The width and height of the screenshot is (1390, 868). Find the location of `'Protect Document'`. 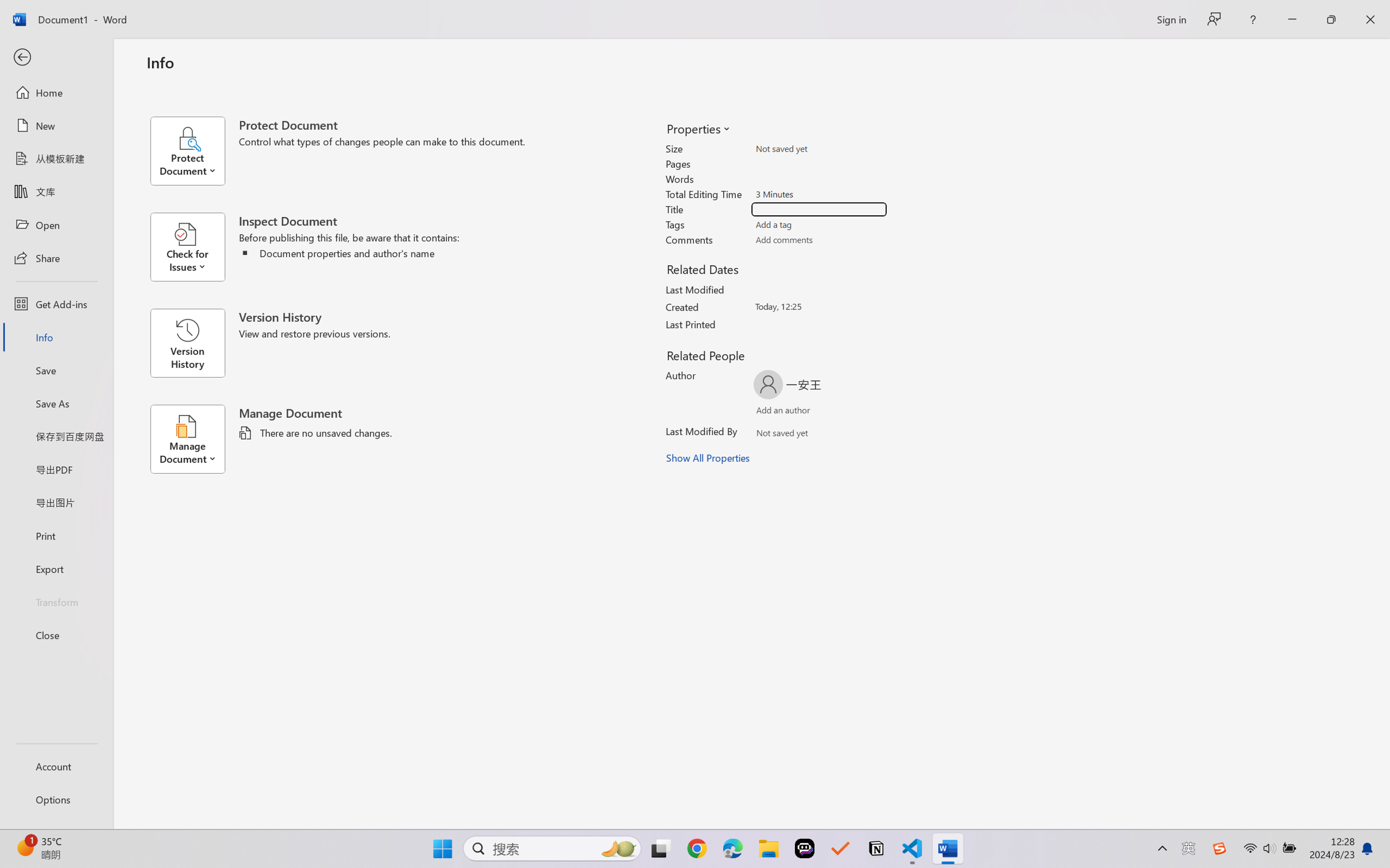

'Protect Document' is located at coordinates (194, 150).